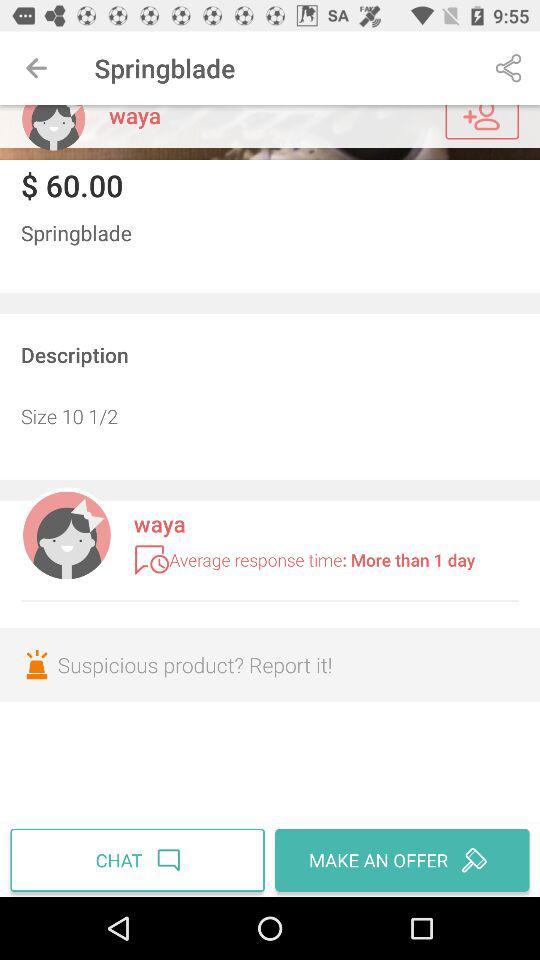 The height and width of the screenshot is (960, 540). Describe the element at coordinates (270, 664) in the screenshot. I see `suspicious product report item` at that location.